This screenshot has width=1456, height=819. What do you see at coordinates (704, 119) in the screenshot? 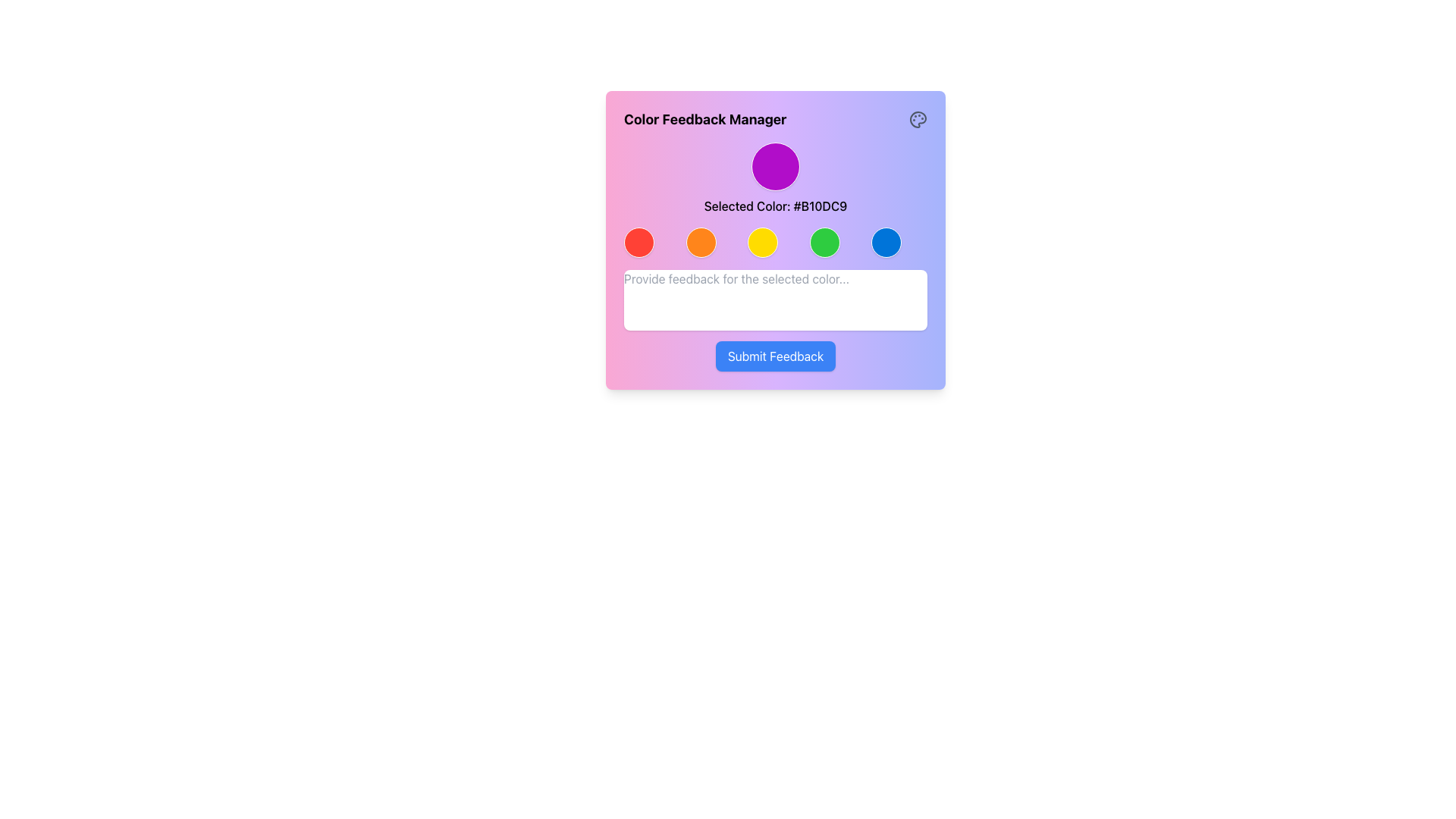
I see `the text label displaying 'Color Feedback Manager' in bold font at the top-left of the colorful dialog box` at bounding box center [704, 119].